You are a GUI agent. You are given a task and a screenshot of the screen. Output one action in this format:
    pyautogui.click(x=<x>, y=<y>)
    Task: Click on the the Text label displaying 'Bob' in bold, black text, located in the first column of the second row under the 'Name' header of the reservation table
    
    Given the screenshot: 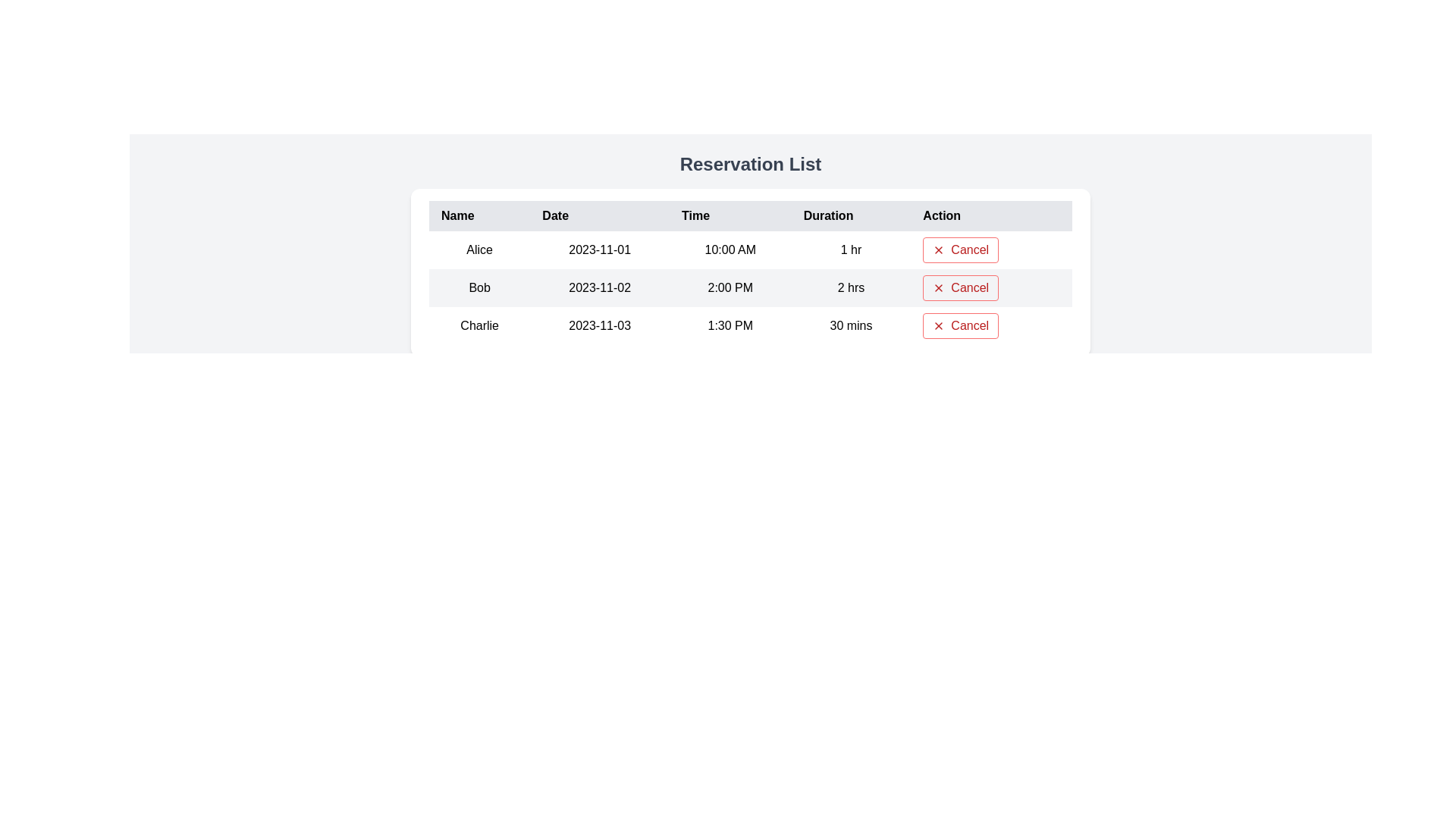 What is the action you would take?
    pyautogui.click(x=479, y=288)
    